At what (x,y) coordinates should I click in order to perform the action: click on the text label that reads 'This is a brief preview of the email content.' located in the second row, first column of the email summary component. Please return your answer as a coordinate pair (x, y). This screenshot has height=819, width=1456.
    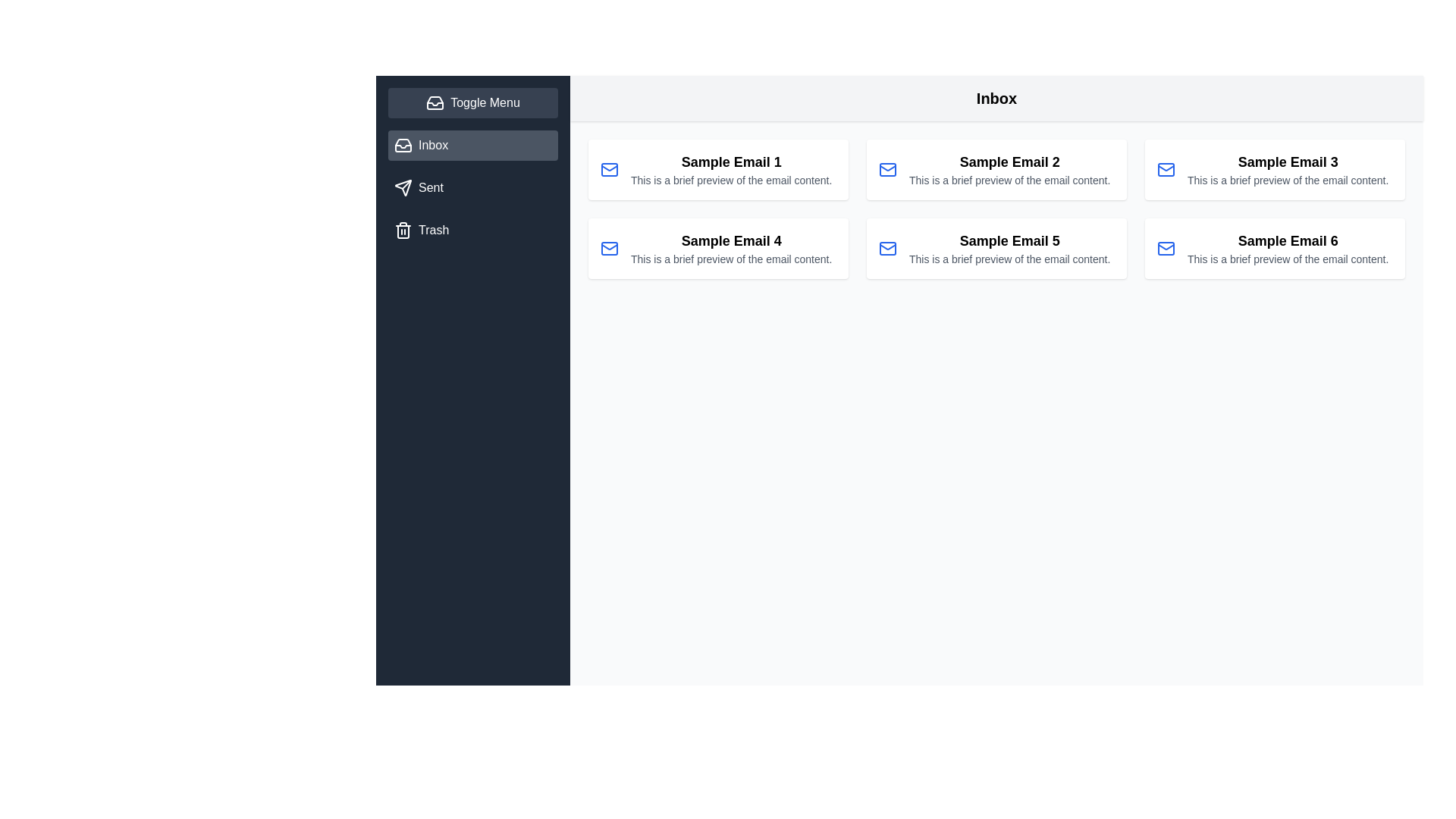
    Looking at the image, I should click on (731, 259).